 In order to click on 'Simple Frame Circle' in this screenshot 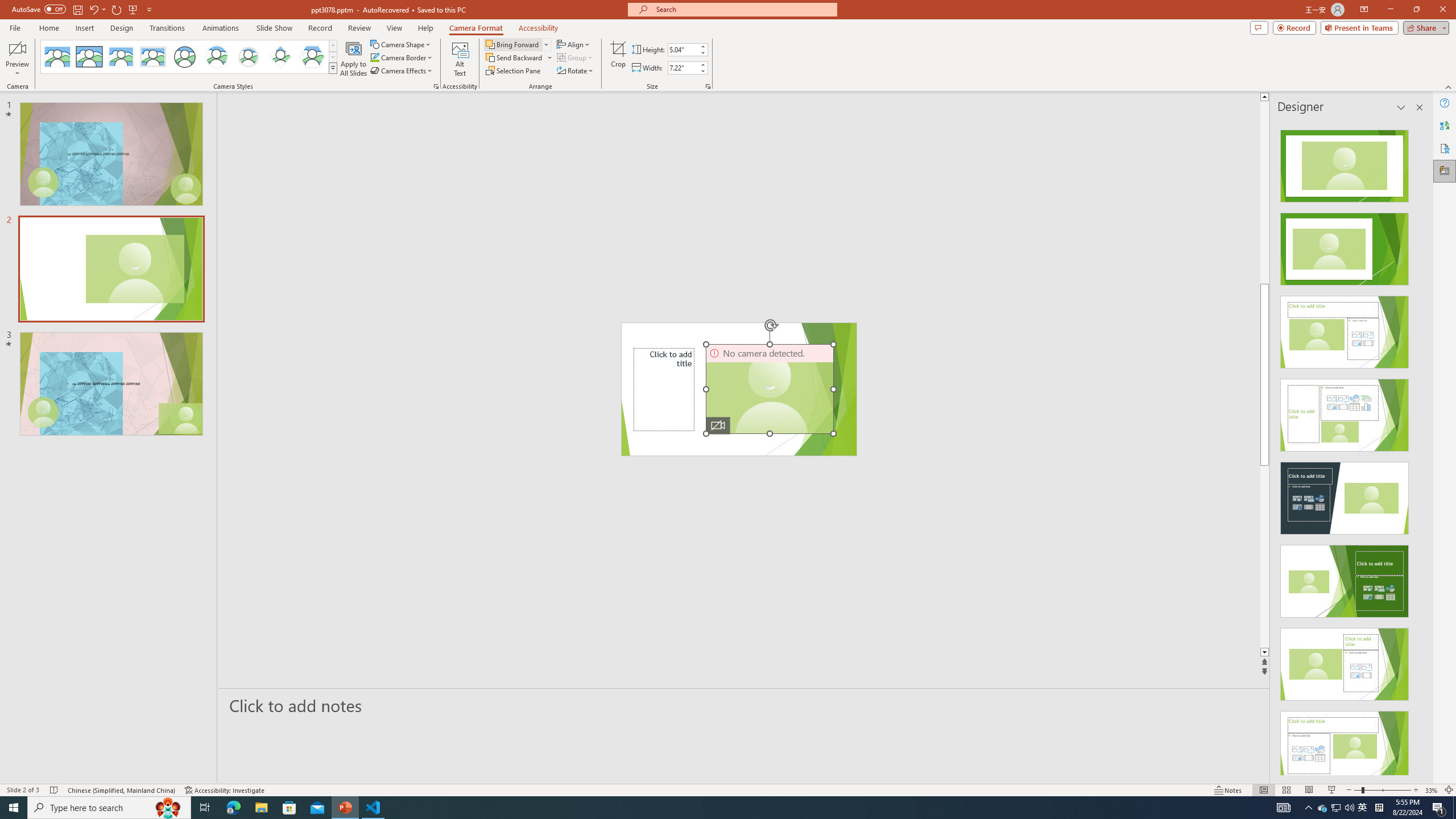, I will do `click(185, 56)`.